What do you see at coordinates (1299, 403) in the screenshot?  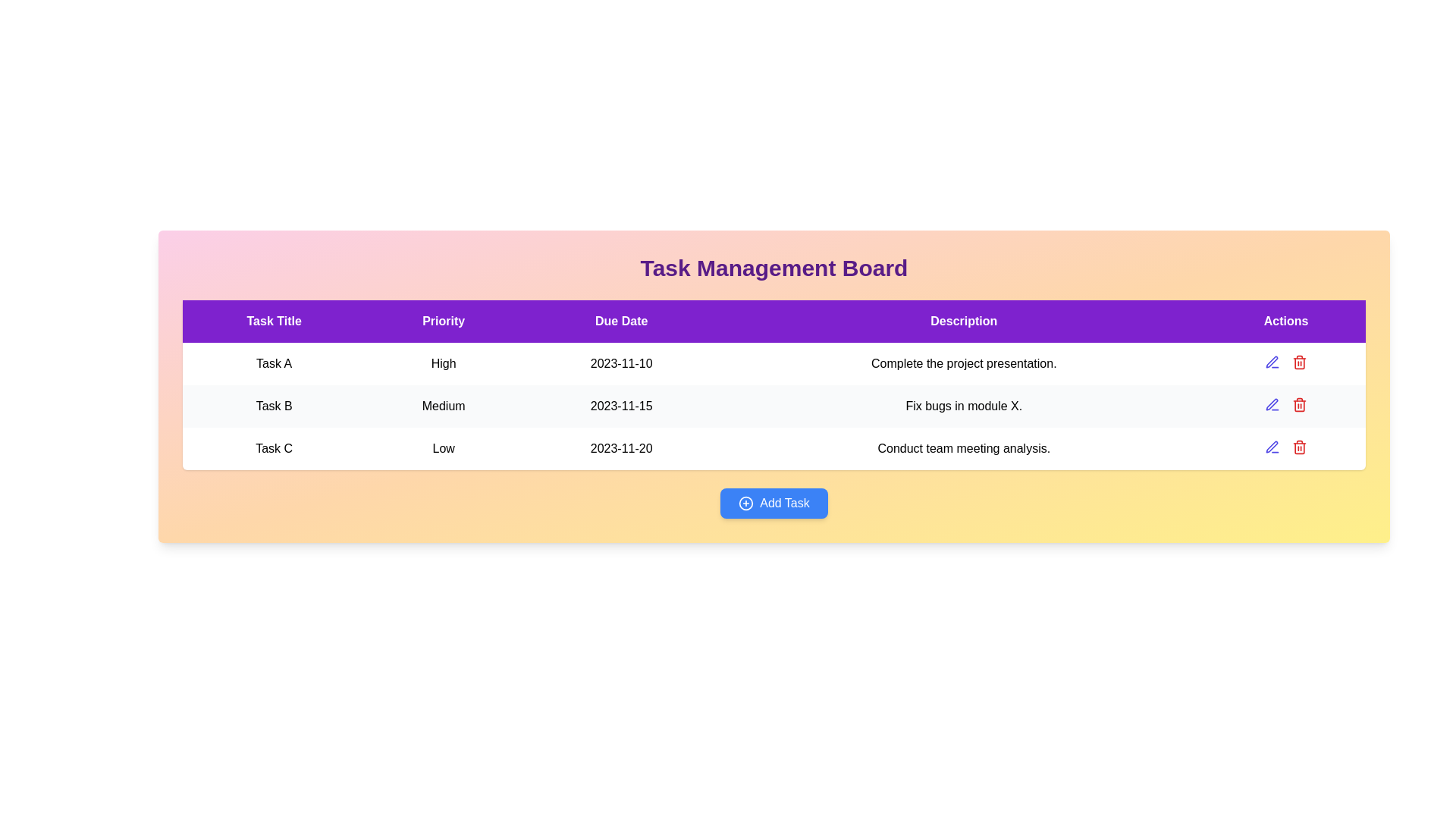 I see `the delete icon button located in the third row of the 'Actions' column of the task table` at bounding box center [1299, 403].